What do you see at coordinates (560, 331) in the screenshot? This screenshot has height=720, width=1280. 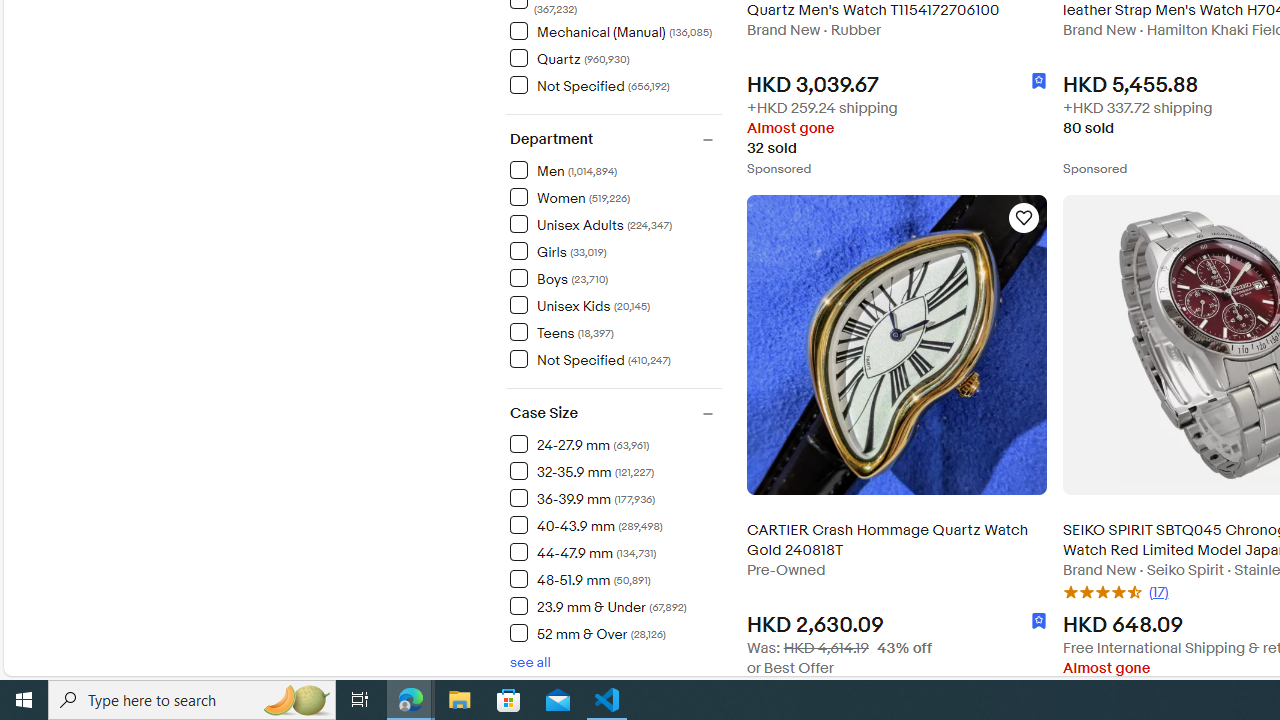 I see `'Teens (18,397) Items'` at bounding box center [560, 331].